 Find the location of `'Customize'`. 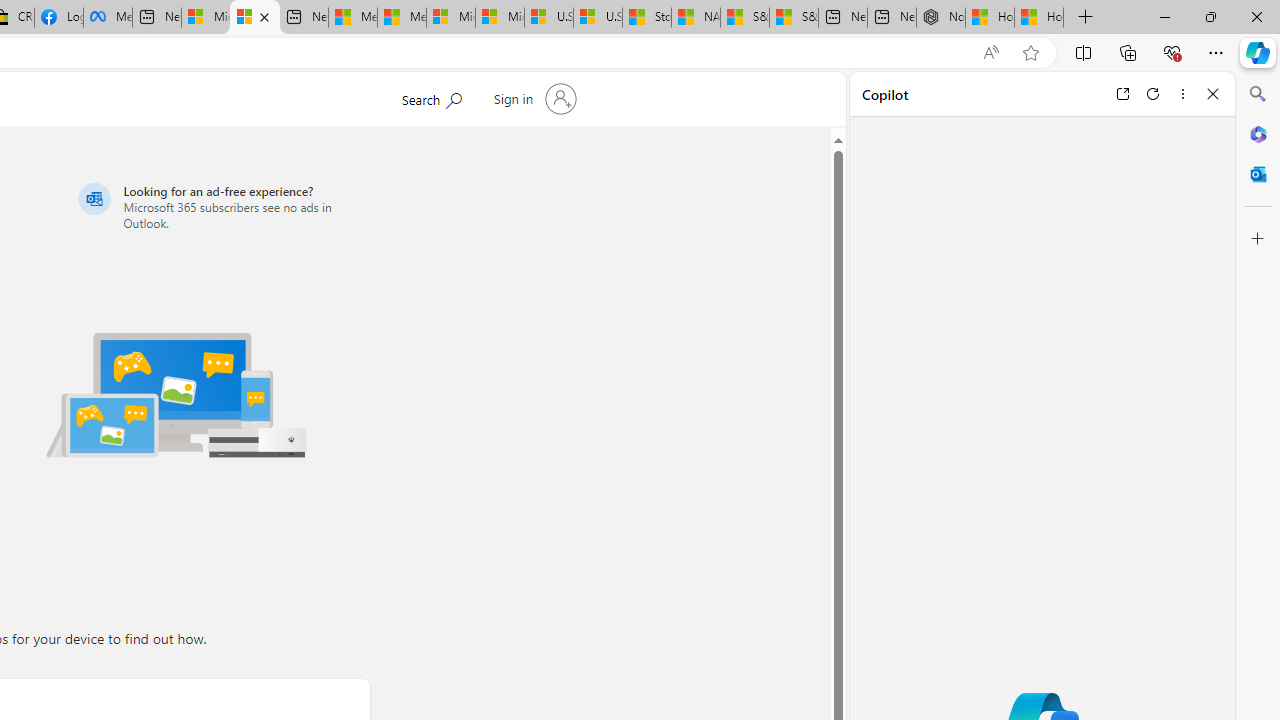

'Customize' is located at coordinates (1257, 238).